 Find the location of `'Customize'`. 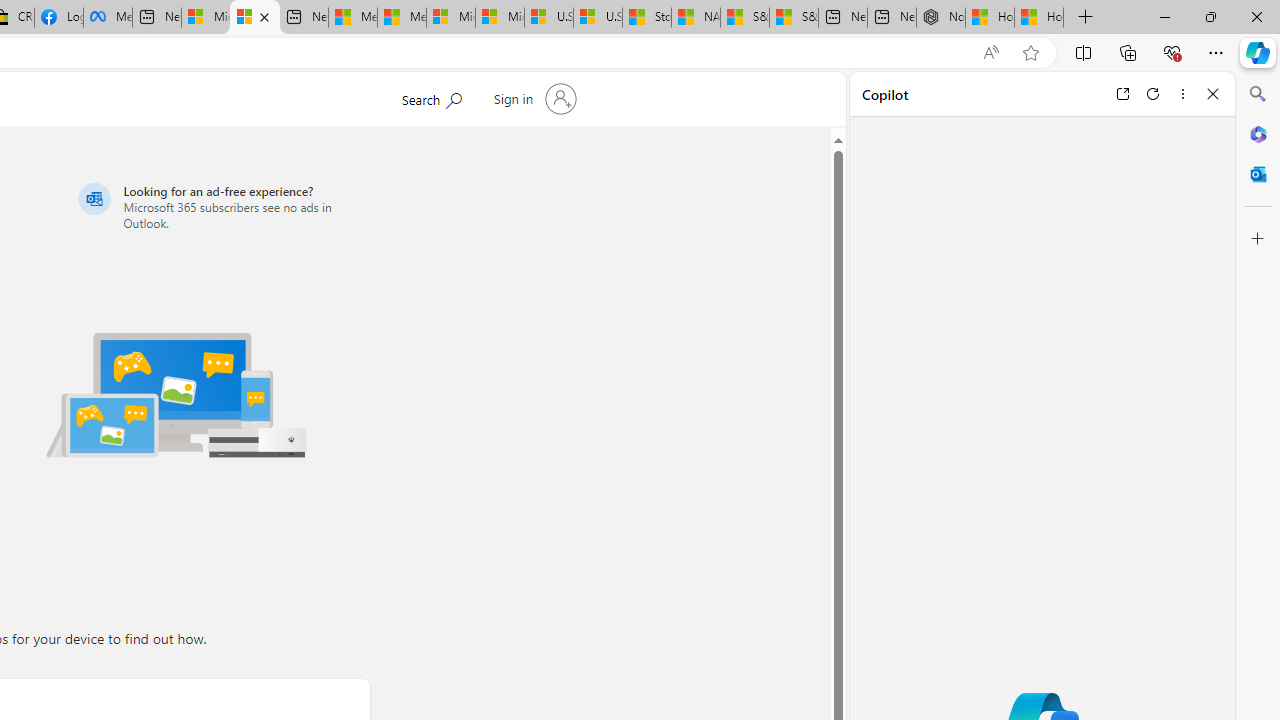

'Customize' is located at coordinates (1257, 238).